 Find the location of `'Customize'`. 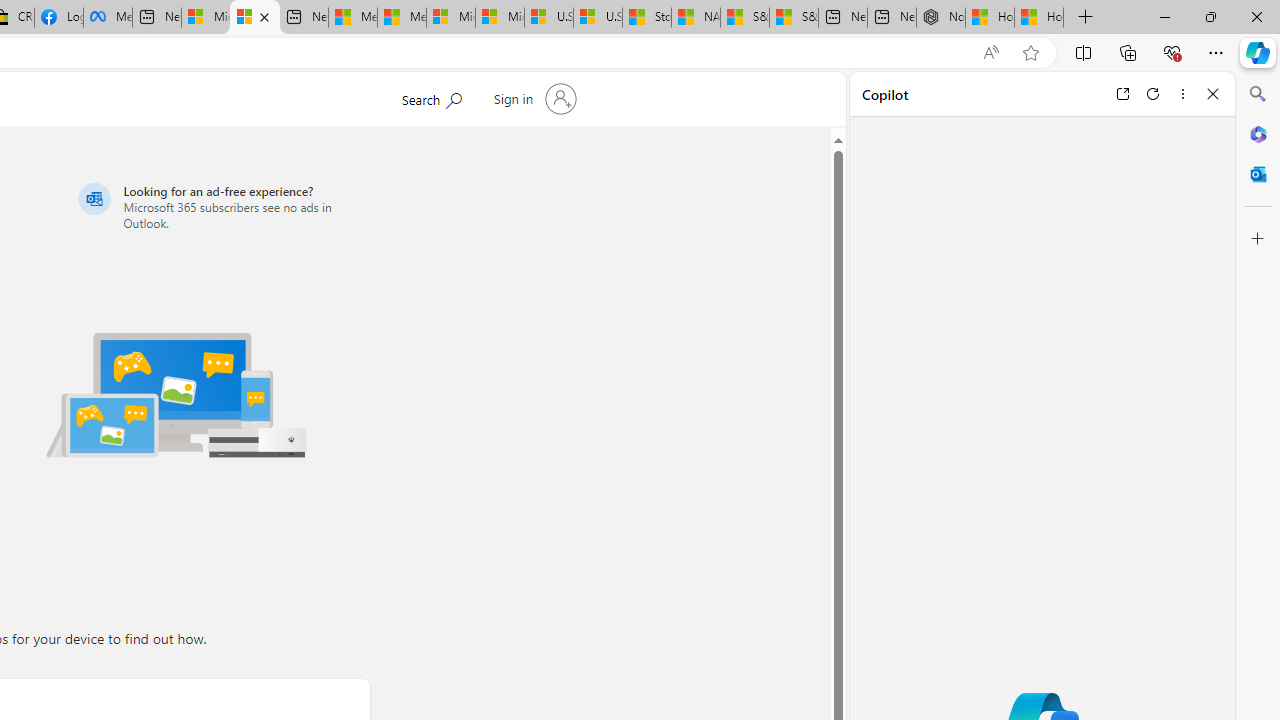

'Customize' is located at coordinates (1257, 238).